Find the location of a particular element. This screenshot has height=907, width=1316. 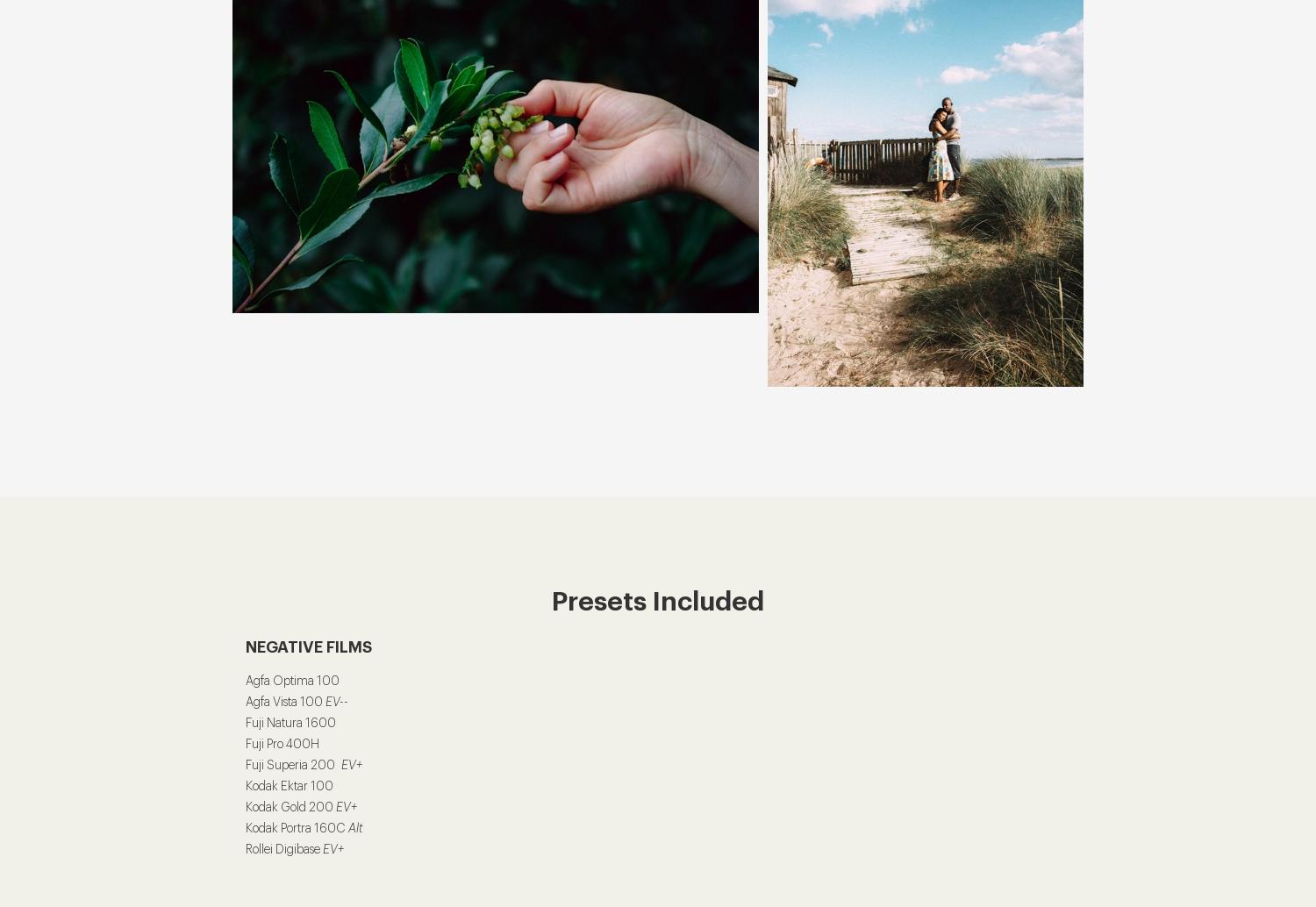

'Presets Included' is located at coordinates (658, 601).